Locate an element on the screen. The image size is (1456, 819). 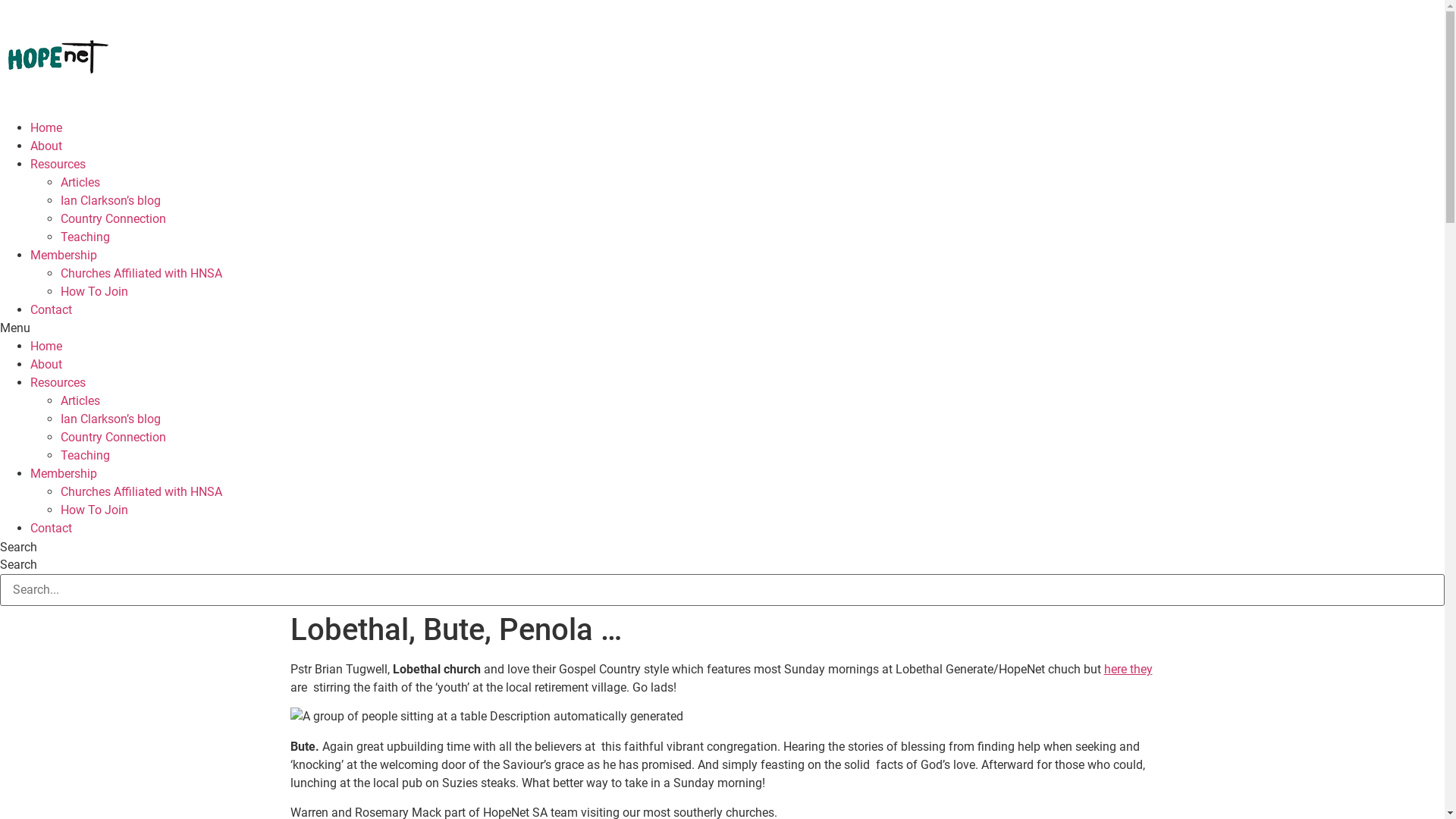
'Home' is located at coordinates (46, 346).